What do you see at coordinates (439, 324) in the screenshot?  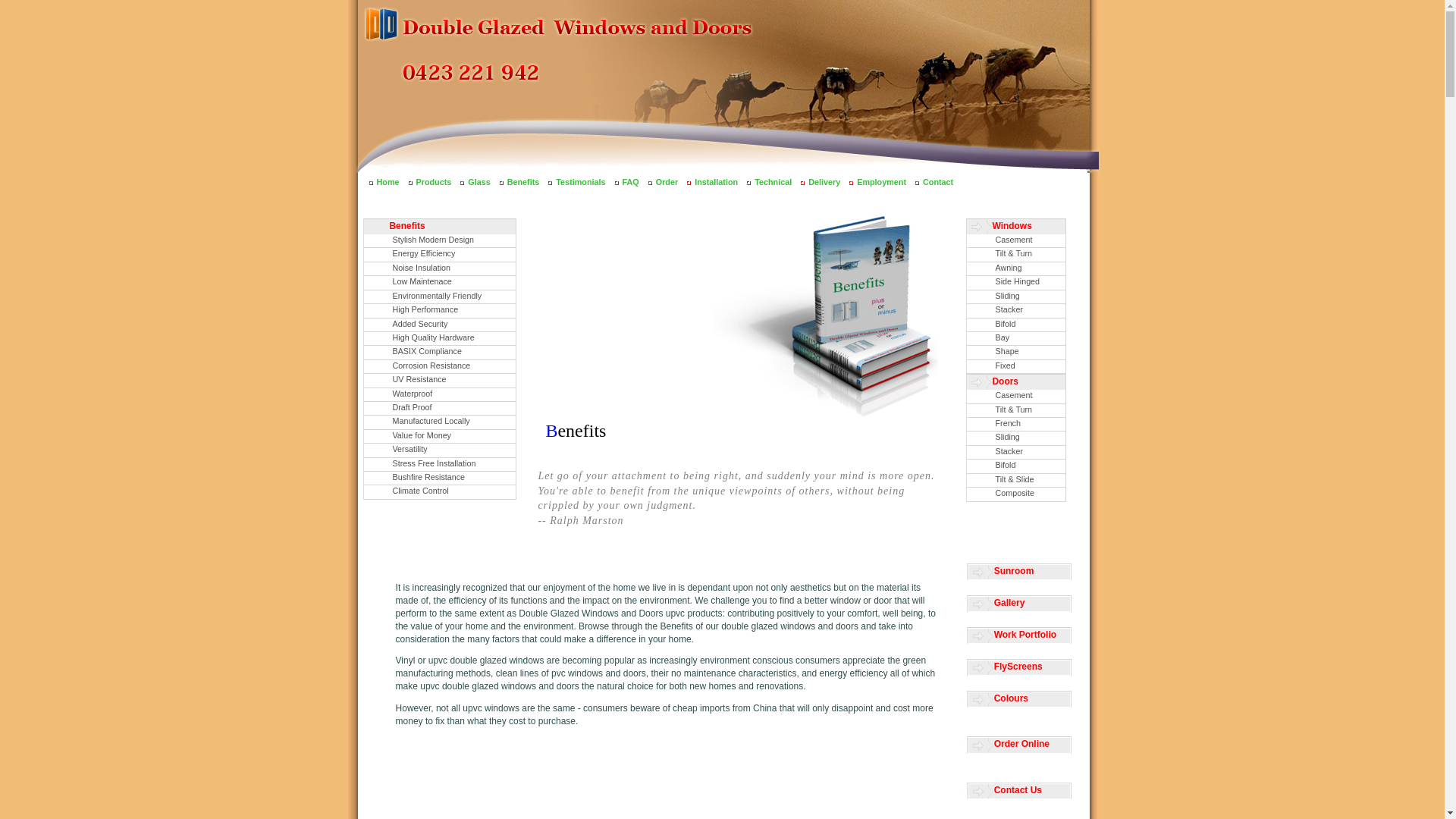 I see `'Added Security'` at bounding box center [439, 324].